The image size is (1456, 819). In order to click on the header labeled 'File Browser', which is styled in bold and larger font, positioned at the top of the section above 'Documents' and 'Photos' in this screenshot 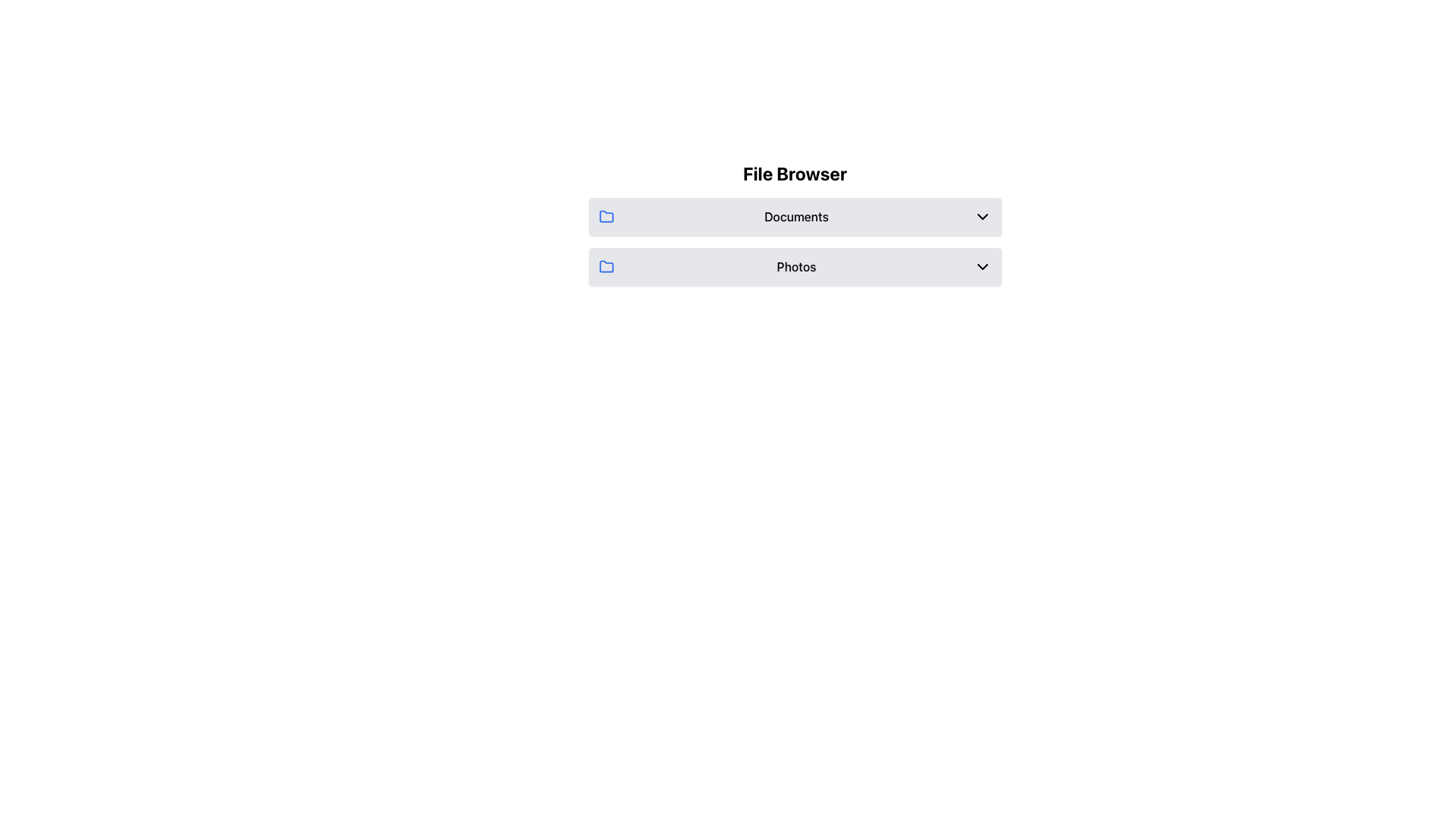, I will do `click(794, 172)`.